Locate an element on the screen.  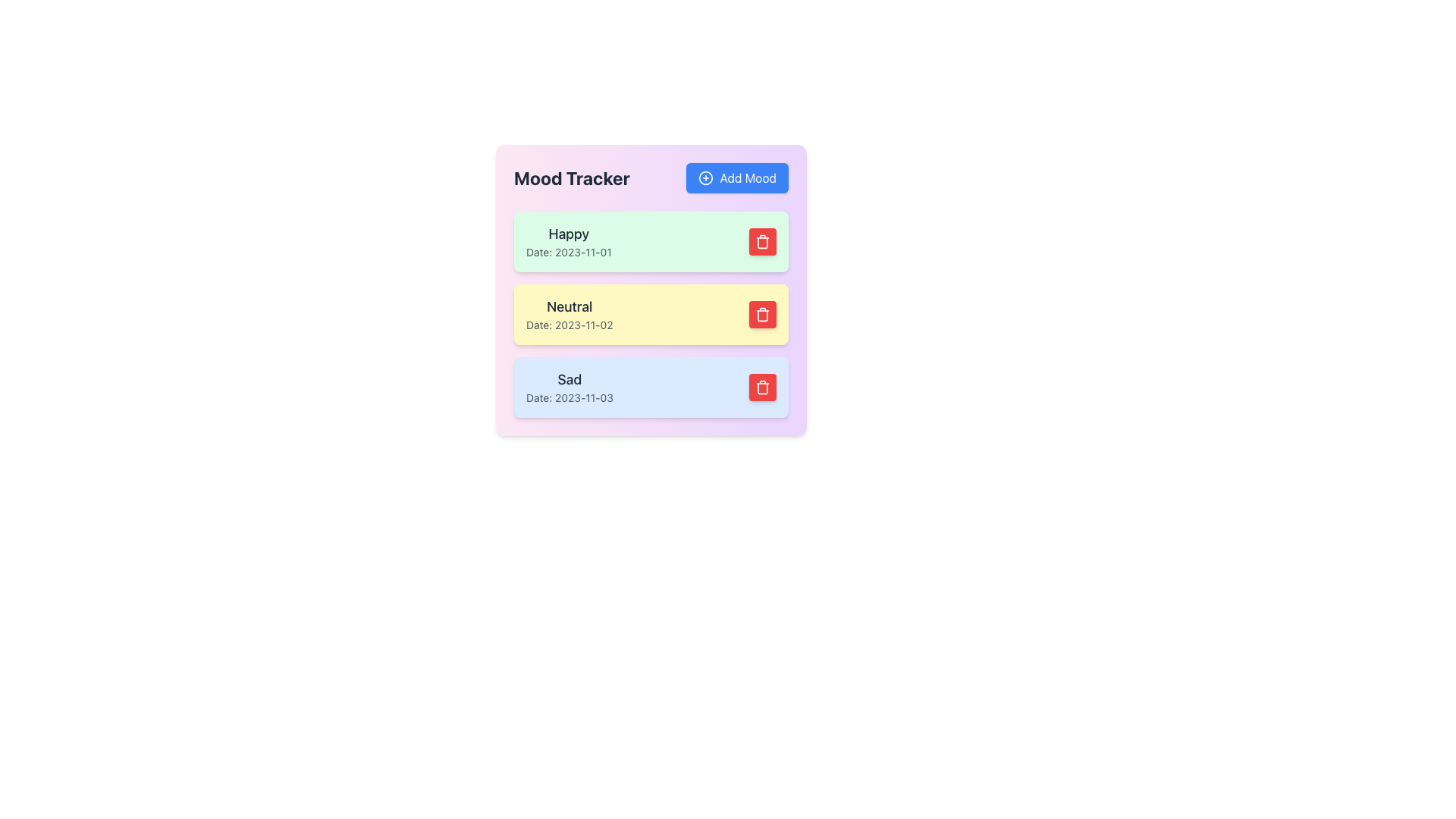
non-interactive text label indicating the mood 'Happy', located above the date entry in the mood tracker interface is located at coordinates (568, 234).